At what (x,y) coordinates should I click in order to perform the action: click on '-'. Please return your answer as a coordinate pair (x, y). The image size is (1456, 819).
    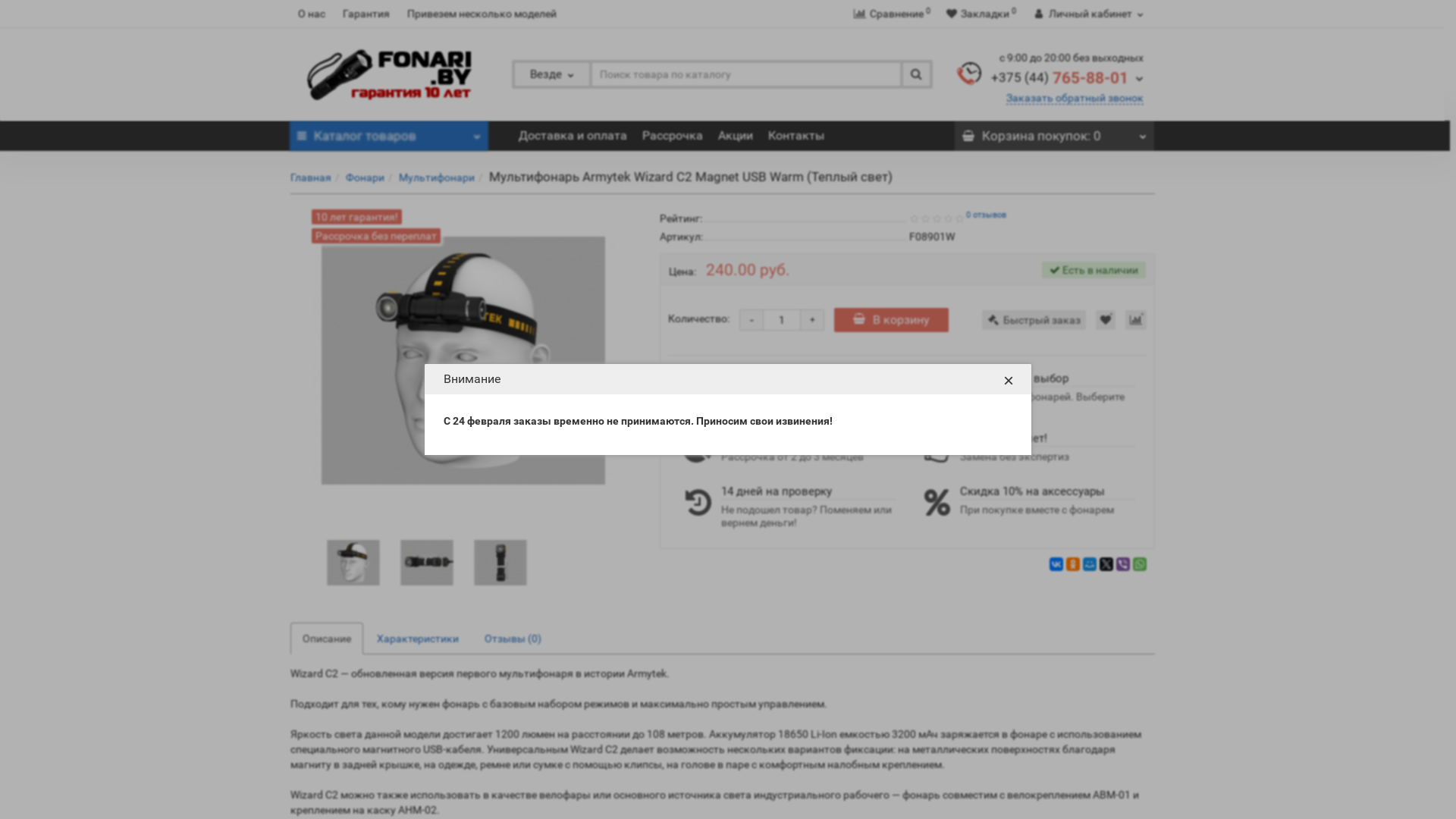
    Looking at the image, I should click on (751, 318).